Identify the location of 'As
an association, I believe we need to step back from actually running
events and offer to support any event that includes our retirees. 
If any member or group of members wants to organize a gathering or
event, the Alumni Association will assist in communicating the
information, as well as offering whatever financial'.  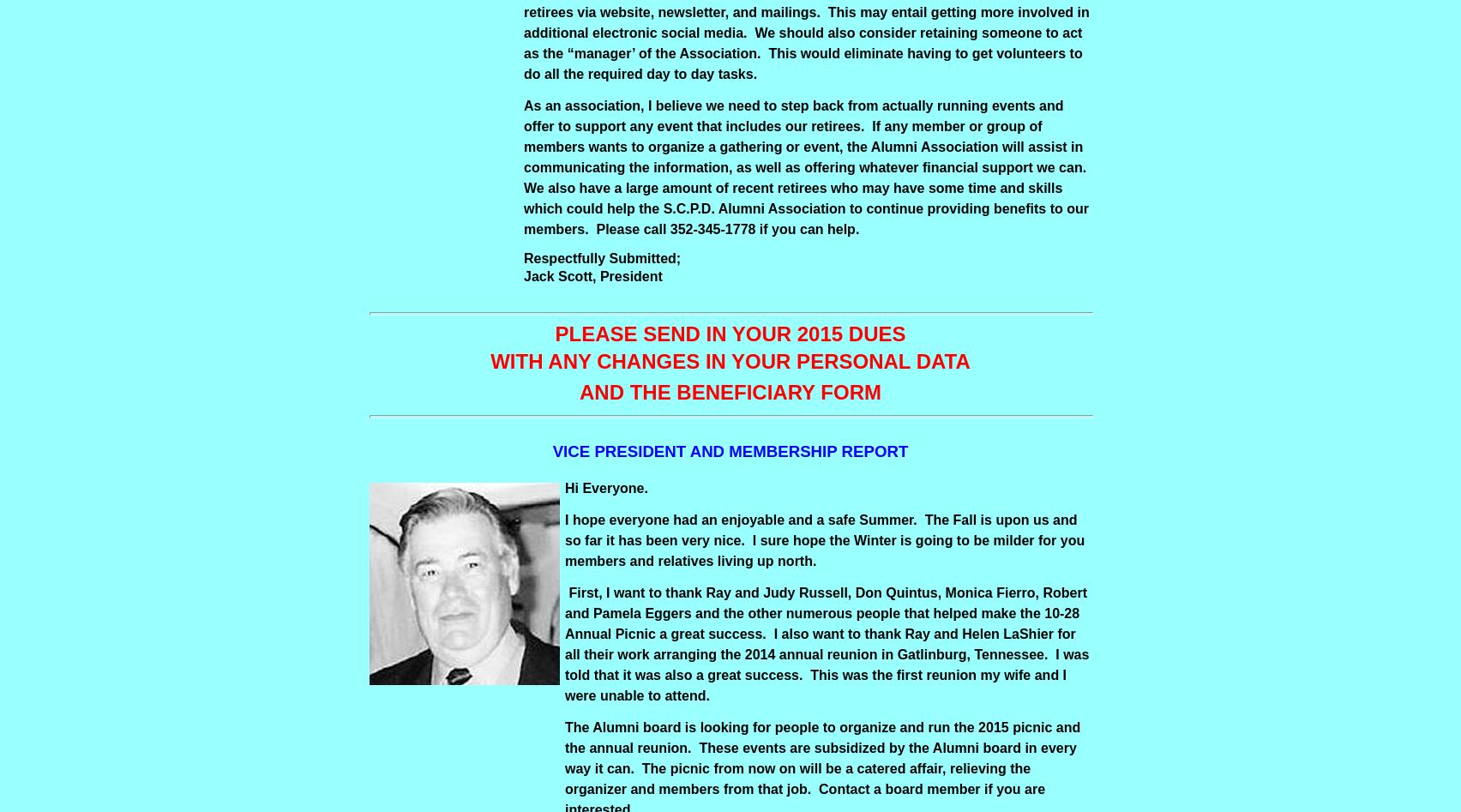
(803, 135).